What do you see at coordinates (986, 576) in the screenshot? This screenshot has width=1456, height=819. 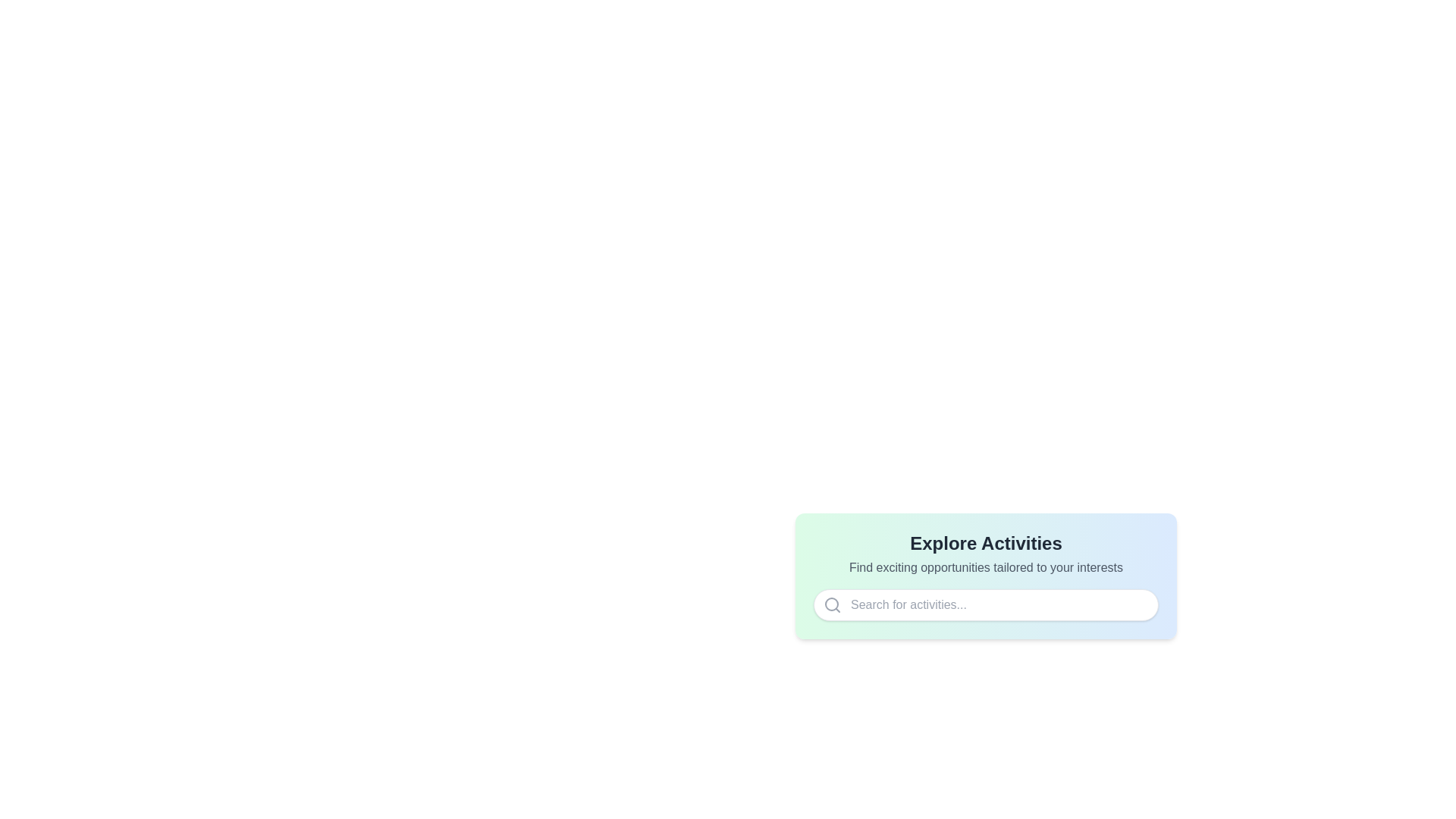 I see `the search input field within the 'Explore Activities' section by clicking on it` at bounding box center [986, 576].